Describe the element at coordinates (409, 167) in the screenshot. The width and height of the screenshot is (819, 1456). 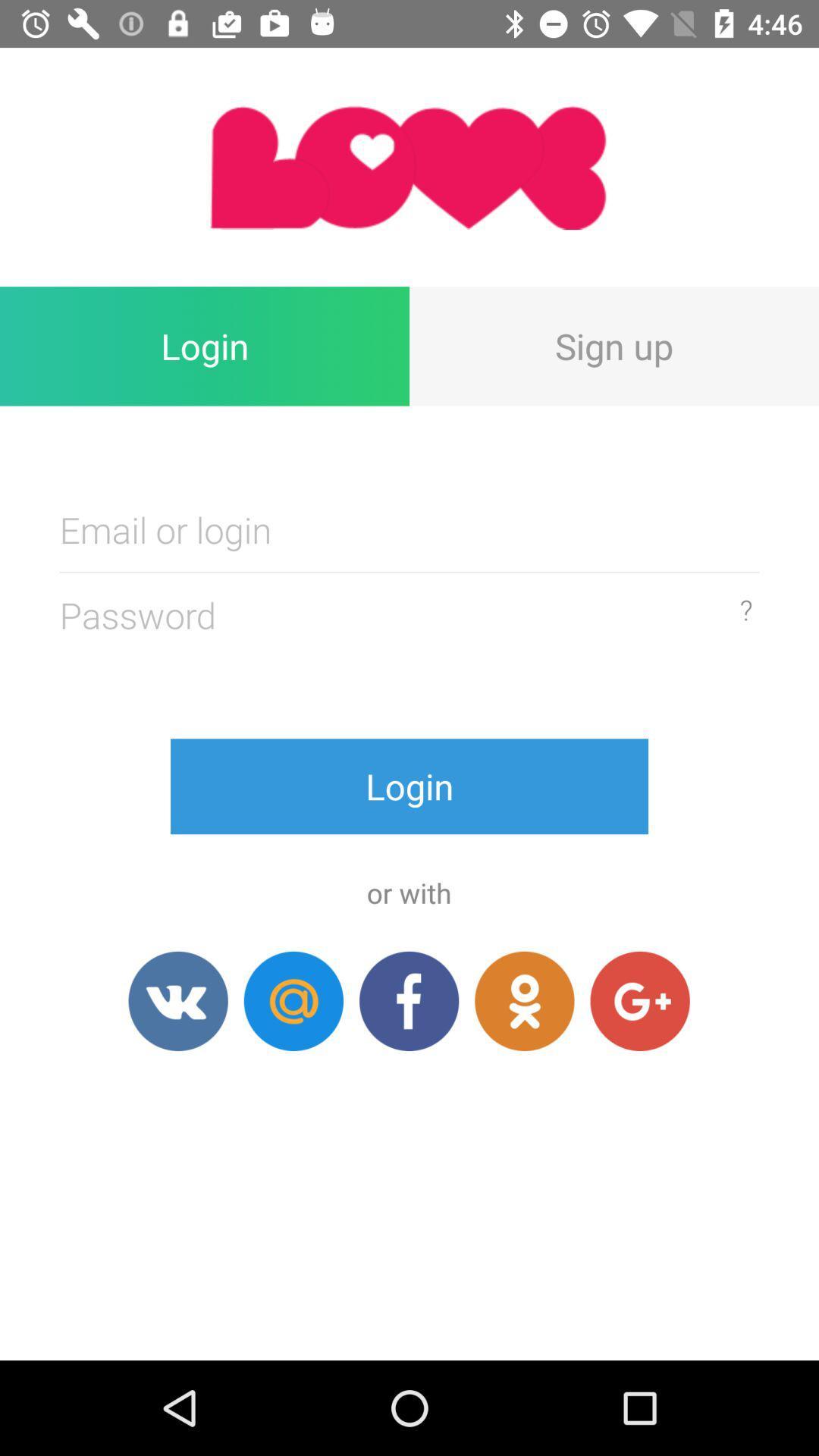
I see `item above the login item` at that location.